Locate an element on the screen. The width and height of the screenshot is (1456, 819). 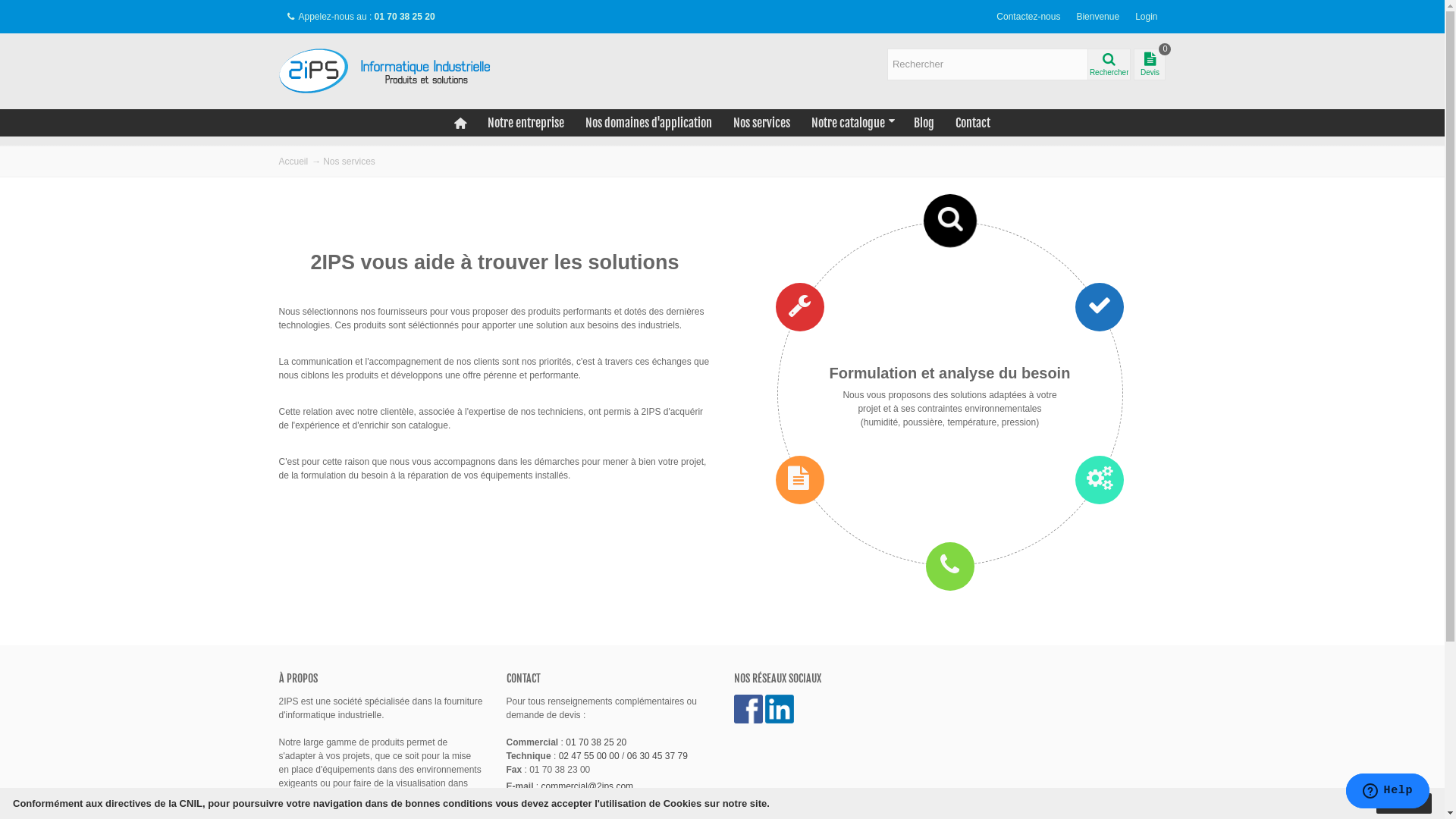
'Devis is located at coordinates (1150, 63).